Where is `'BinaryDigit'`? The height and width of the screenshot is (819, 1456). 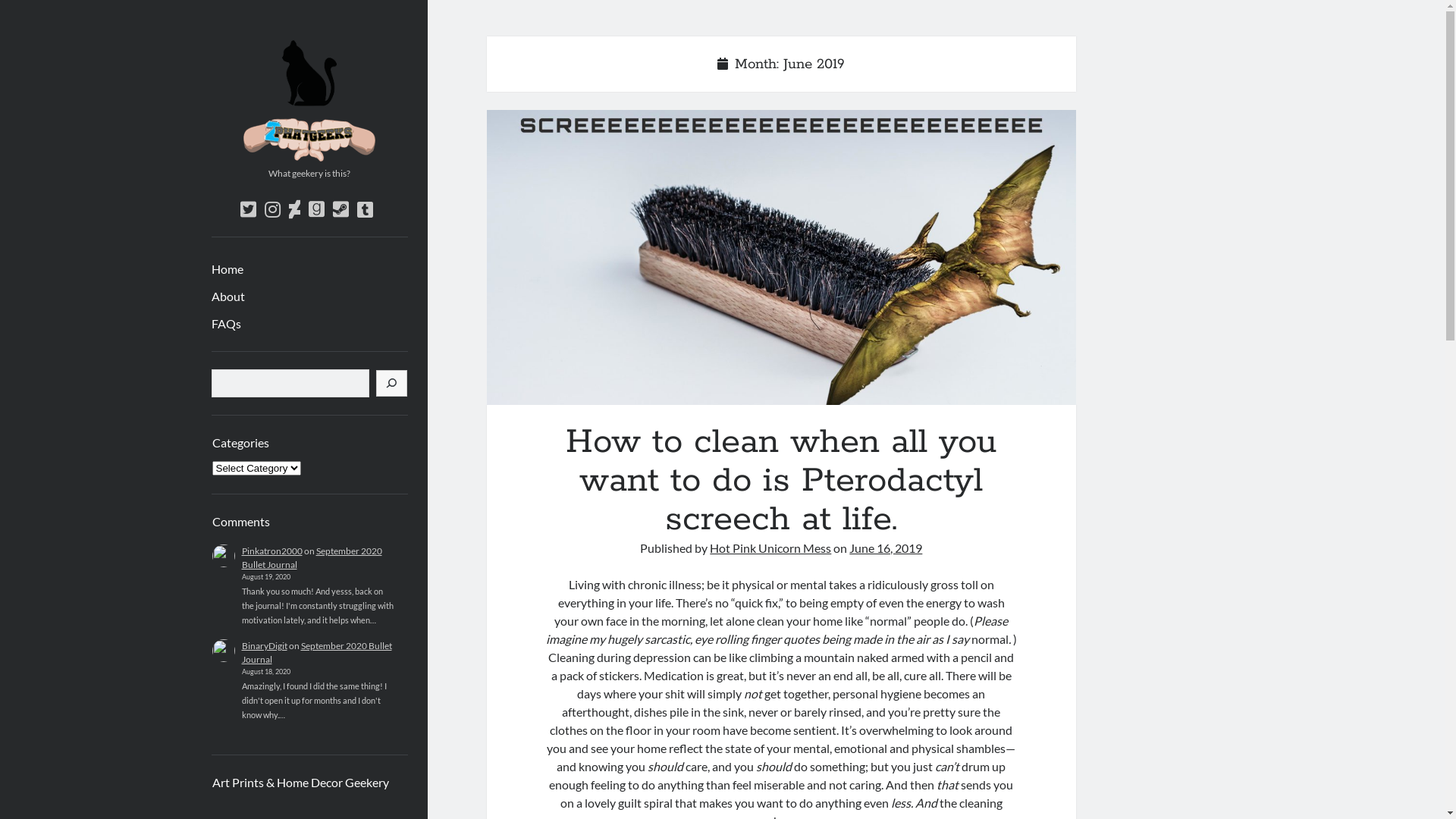 'BinaryDigit' is located at coordinates (263, 645).